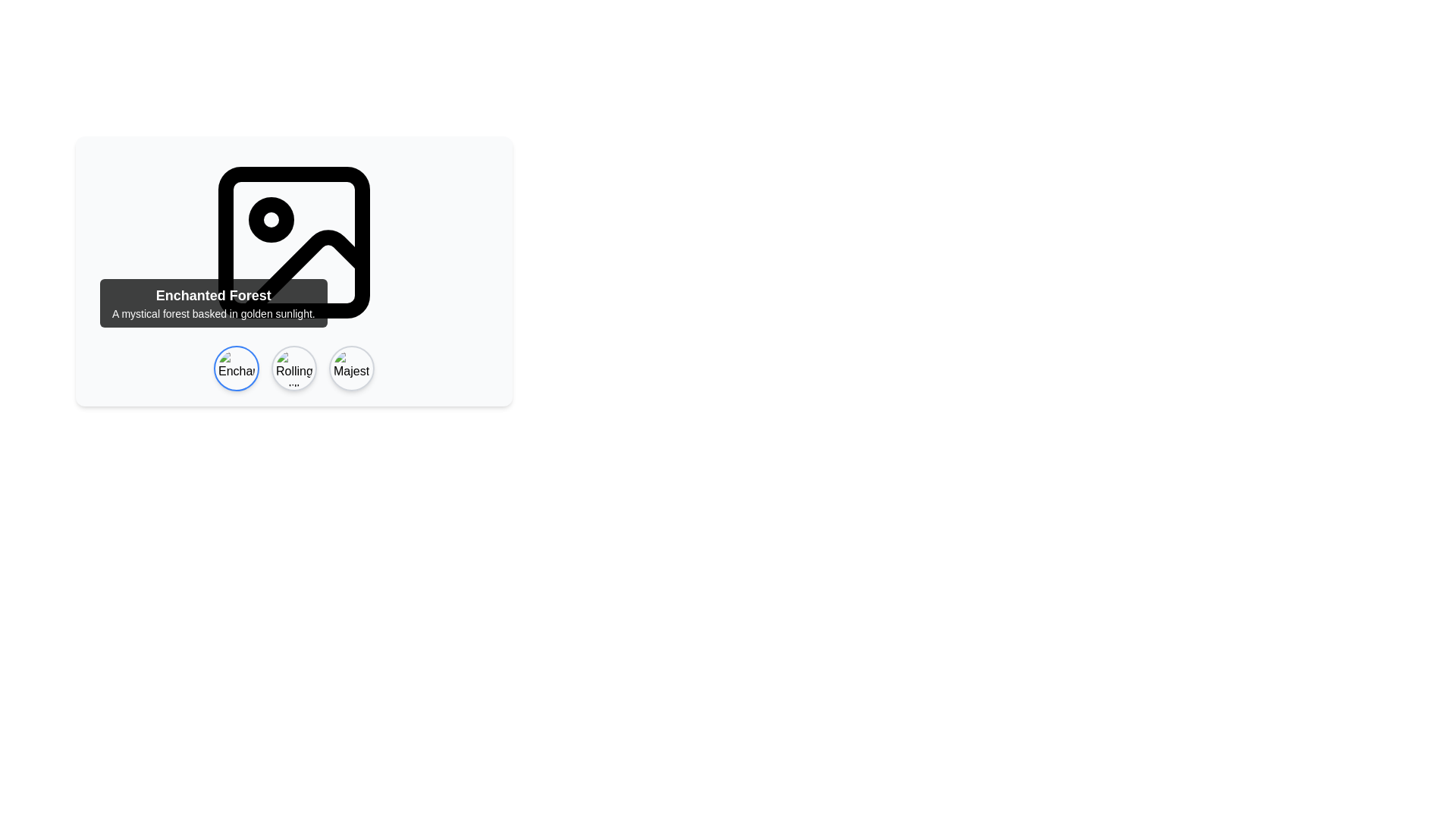  I want to click on the second interactive button that displays or filters content related to 'Rolling Hills', so click(294, 369).